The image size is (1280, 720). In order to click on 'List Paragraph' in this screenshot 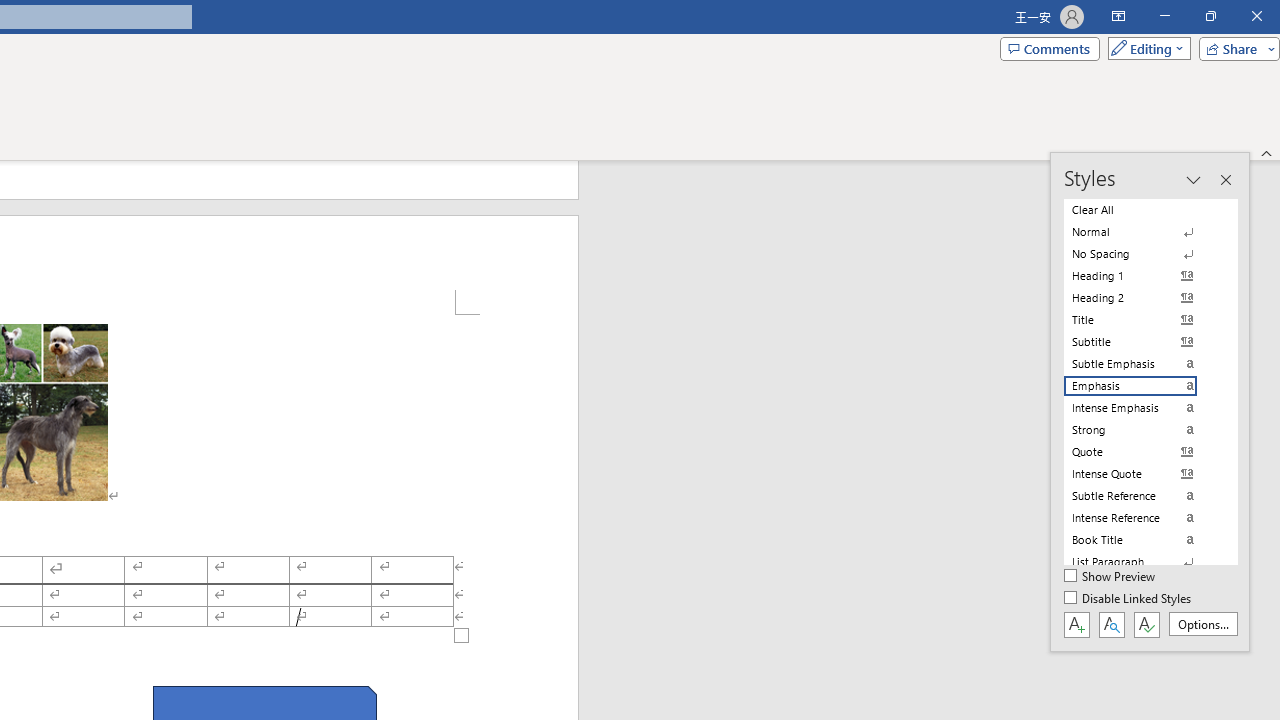, I will do `click(1142, 561)`.